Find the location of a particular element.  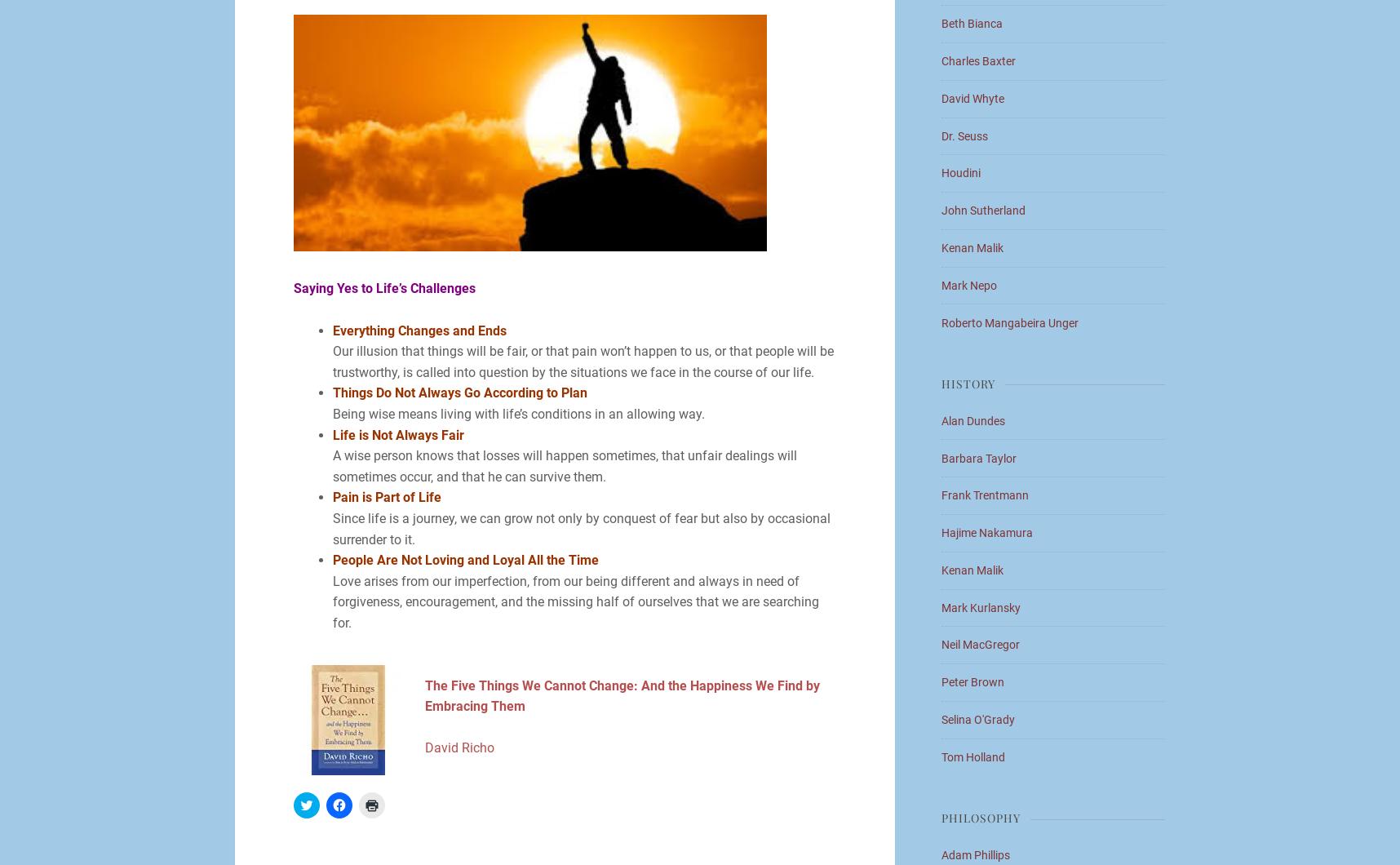

'Neil MacGregor' is located at coordinates (981, 644).